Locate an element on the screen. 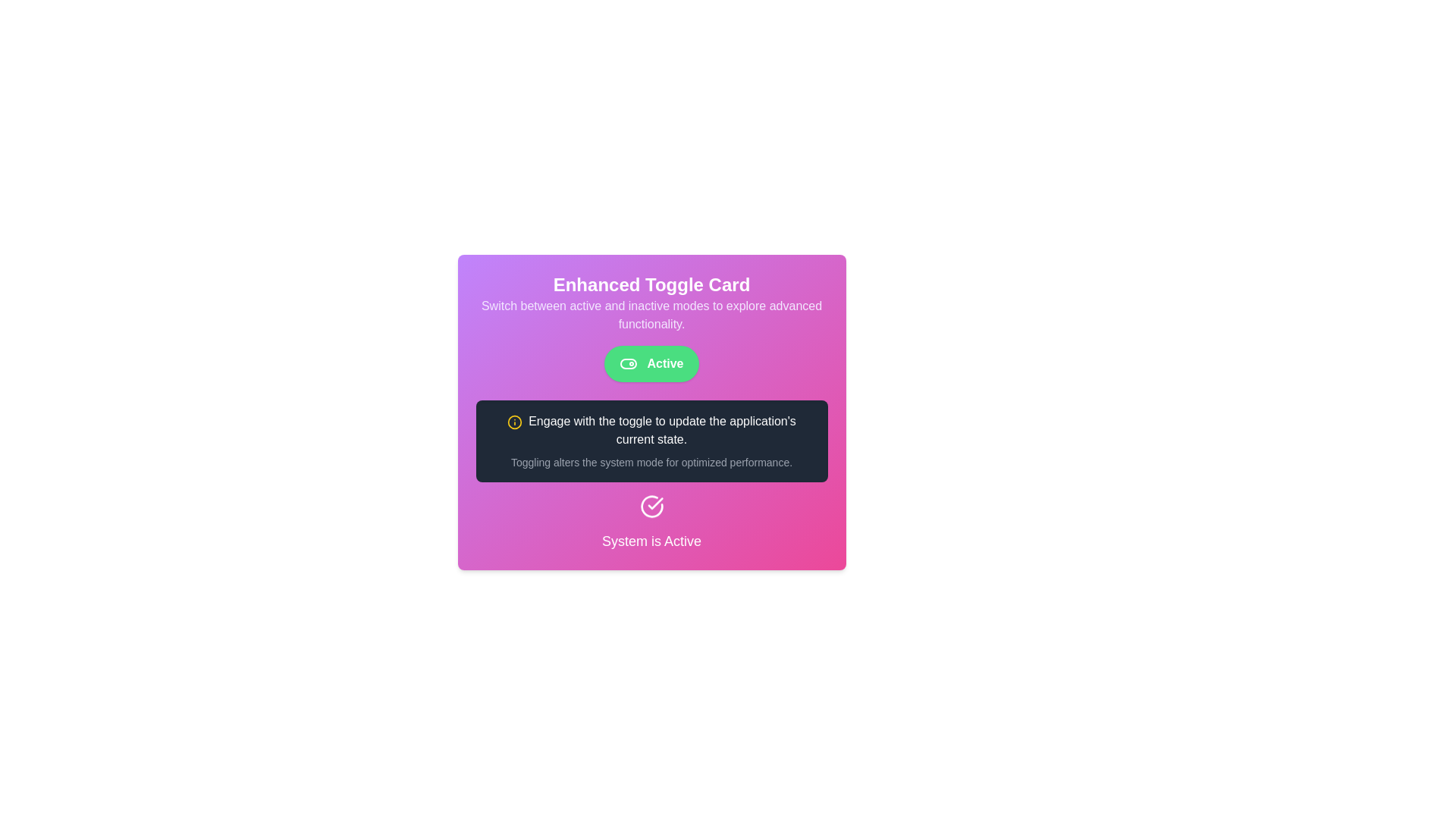 This screenshot has height=819, width=1456. the checkmark icon located in the lower-center region of the interface, which indicates confirmation or success is located at coordinates (655, 507).